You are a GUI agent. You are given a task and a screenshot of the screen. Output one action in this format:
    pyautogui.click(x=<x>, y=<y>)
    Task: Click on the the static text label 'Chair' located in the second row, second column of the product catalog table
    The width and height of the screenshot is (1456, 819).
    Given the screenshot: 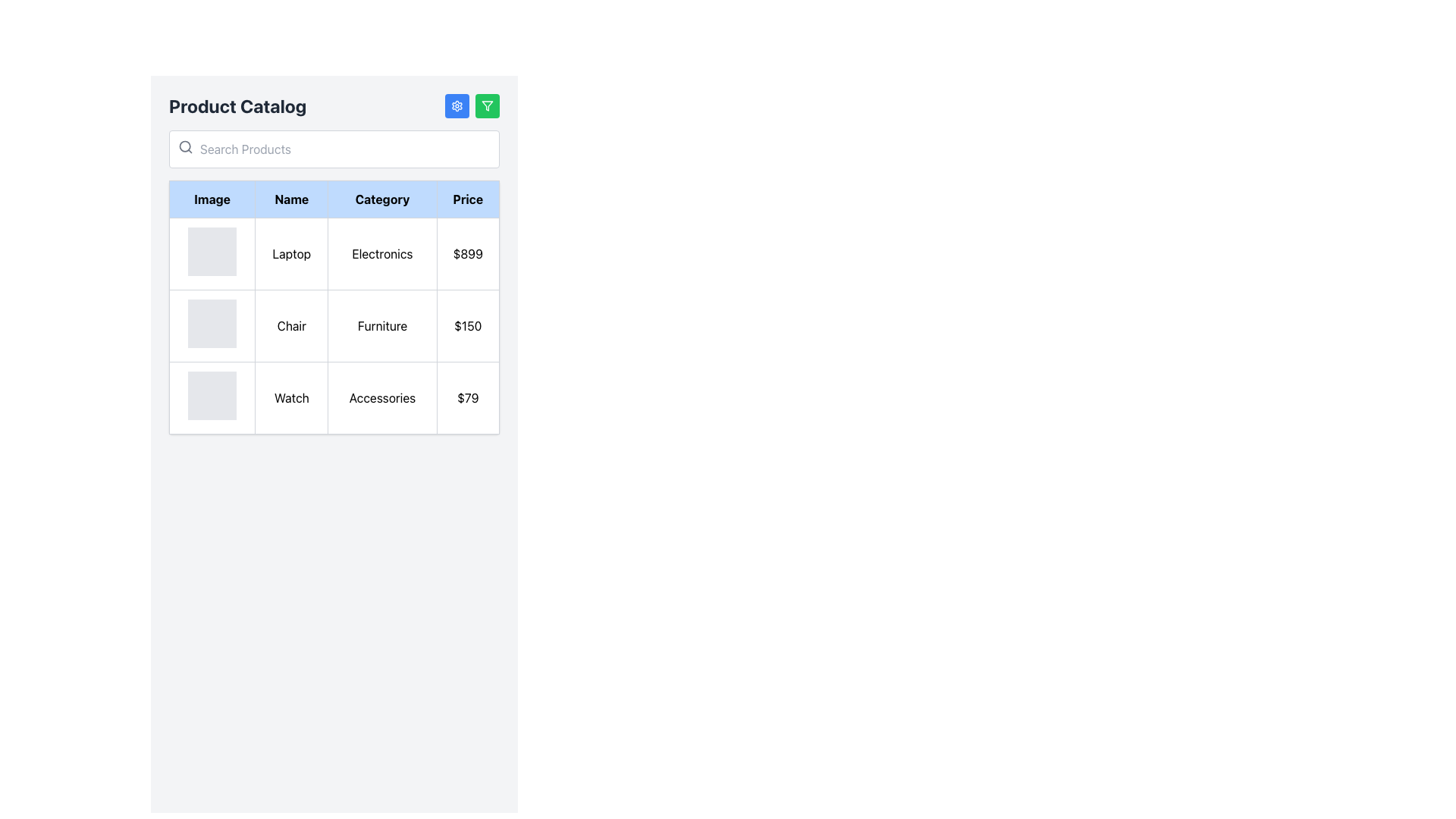 What is the action you would take?
    pyautogui.click(x=291, y=325)
    